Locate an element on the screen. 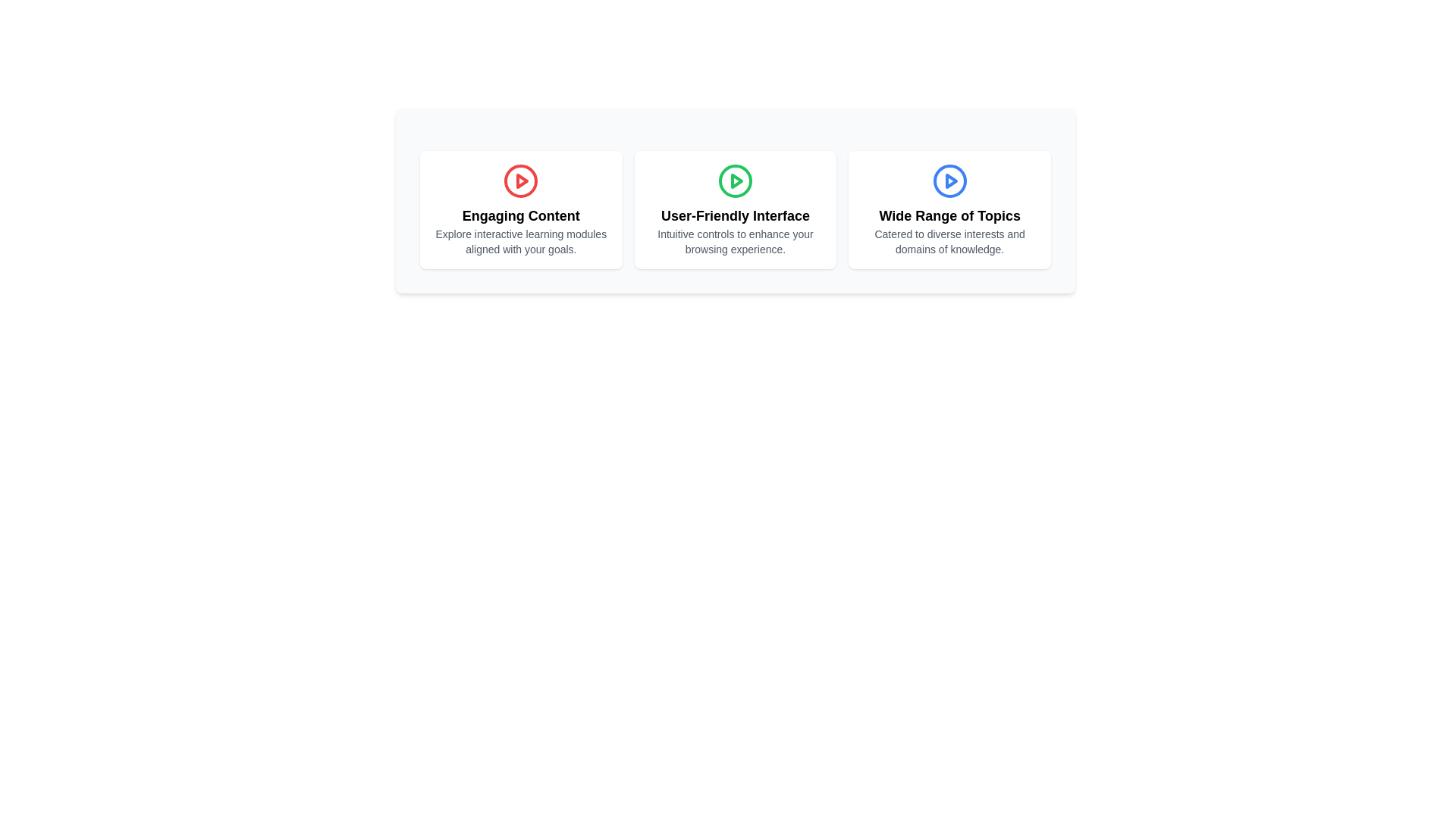 The image size is (1456, 819). the bold title text displaying 'Engaging Content' located in the center of the leftmost card, which is part of a horizontal row of three cards is located at coordinates (521, 216).